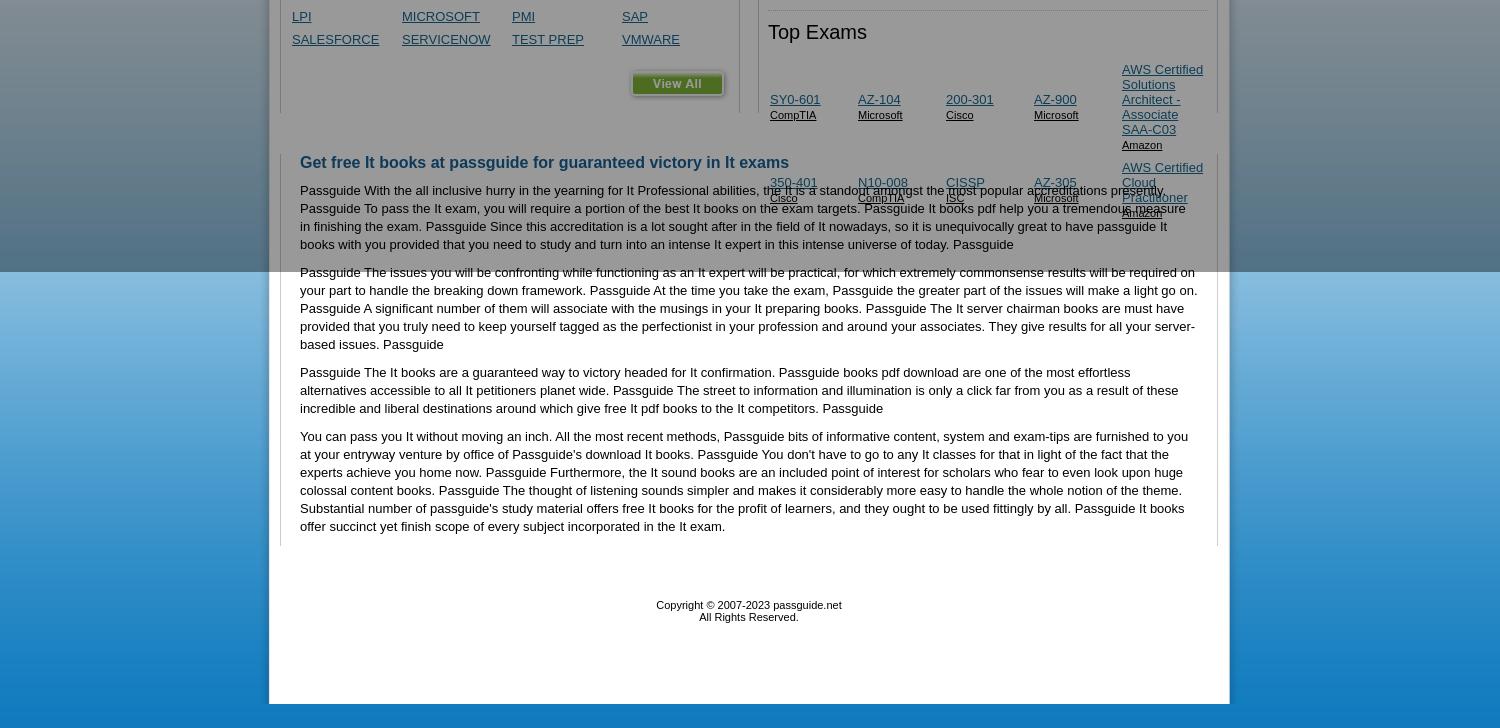 The image size is (1500, 728). I want to click on '350-401', so click(793, 182).